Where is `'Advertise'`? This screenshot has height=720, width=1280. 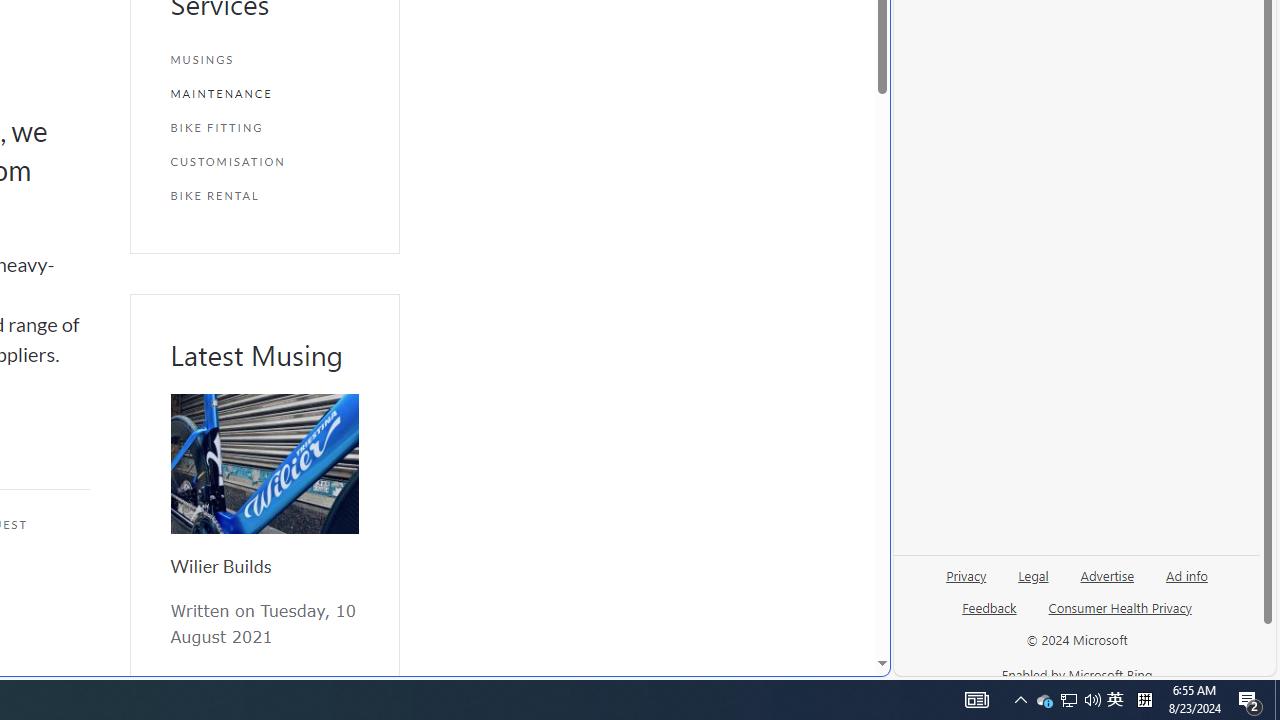
'Advertise' is located at coordinates (1106, 583).